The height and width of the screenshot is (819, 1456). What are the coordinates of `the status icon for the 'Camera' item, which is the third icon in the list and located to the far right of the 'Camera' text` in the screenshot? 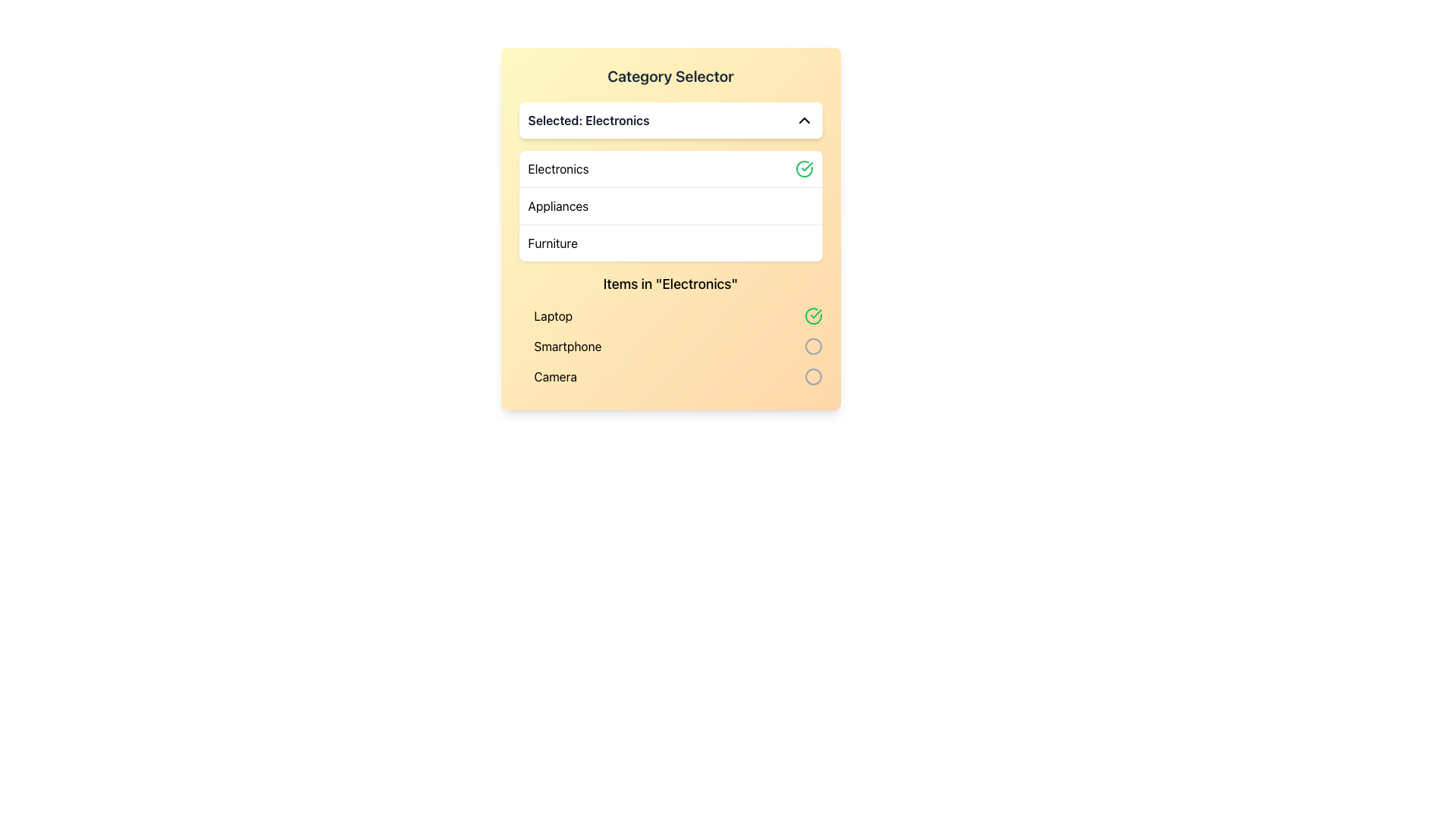 It's located at (812, 376).